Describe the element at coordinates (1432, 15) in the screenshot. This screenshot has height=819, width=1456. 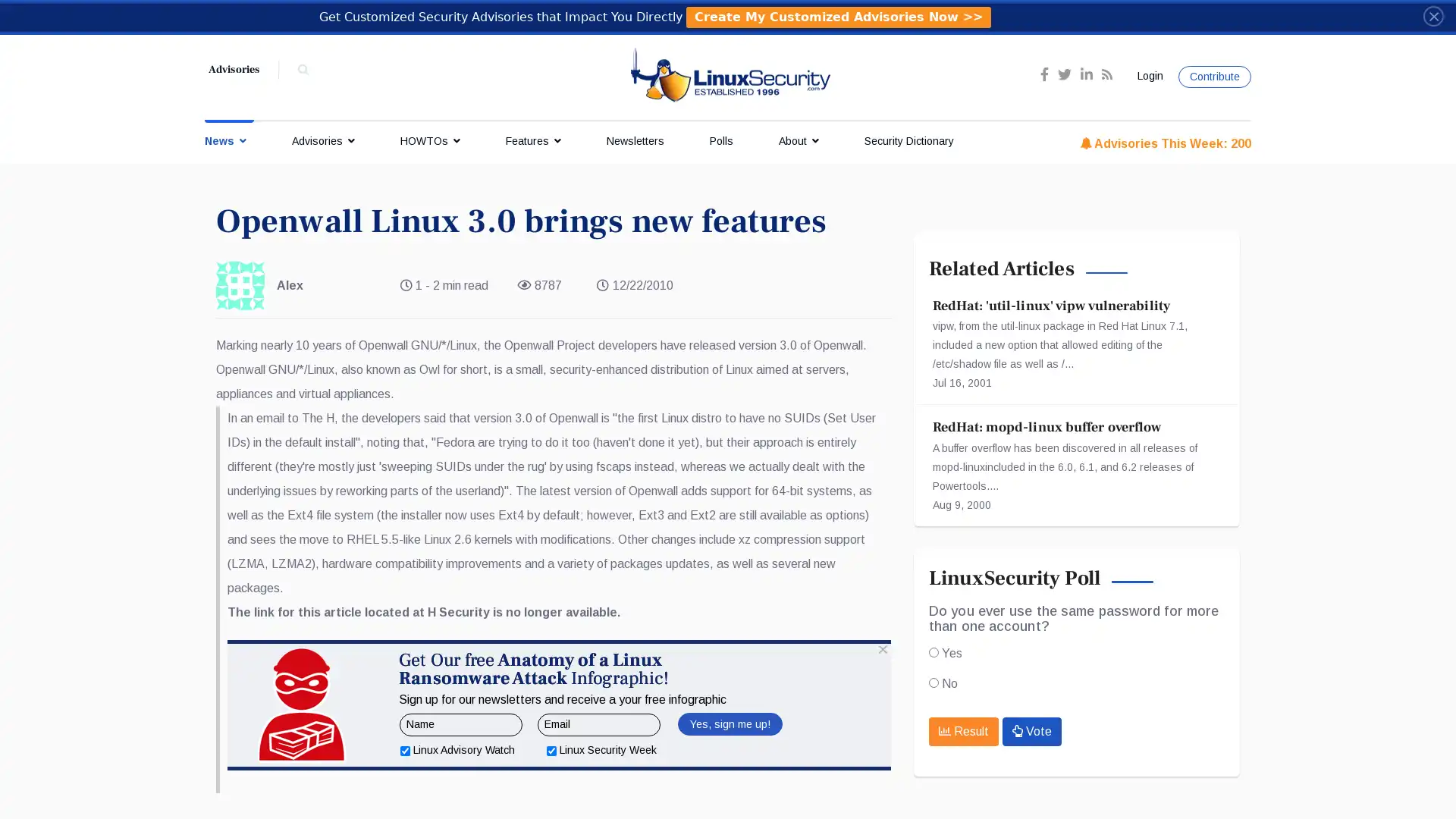
I see `Close` at that location.